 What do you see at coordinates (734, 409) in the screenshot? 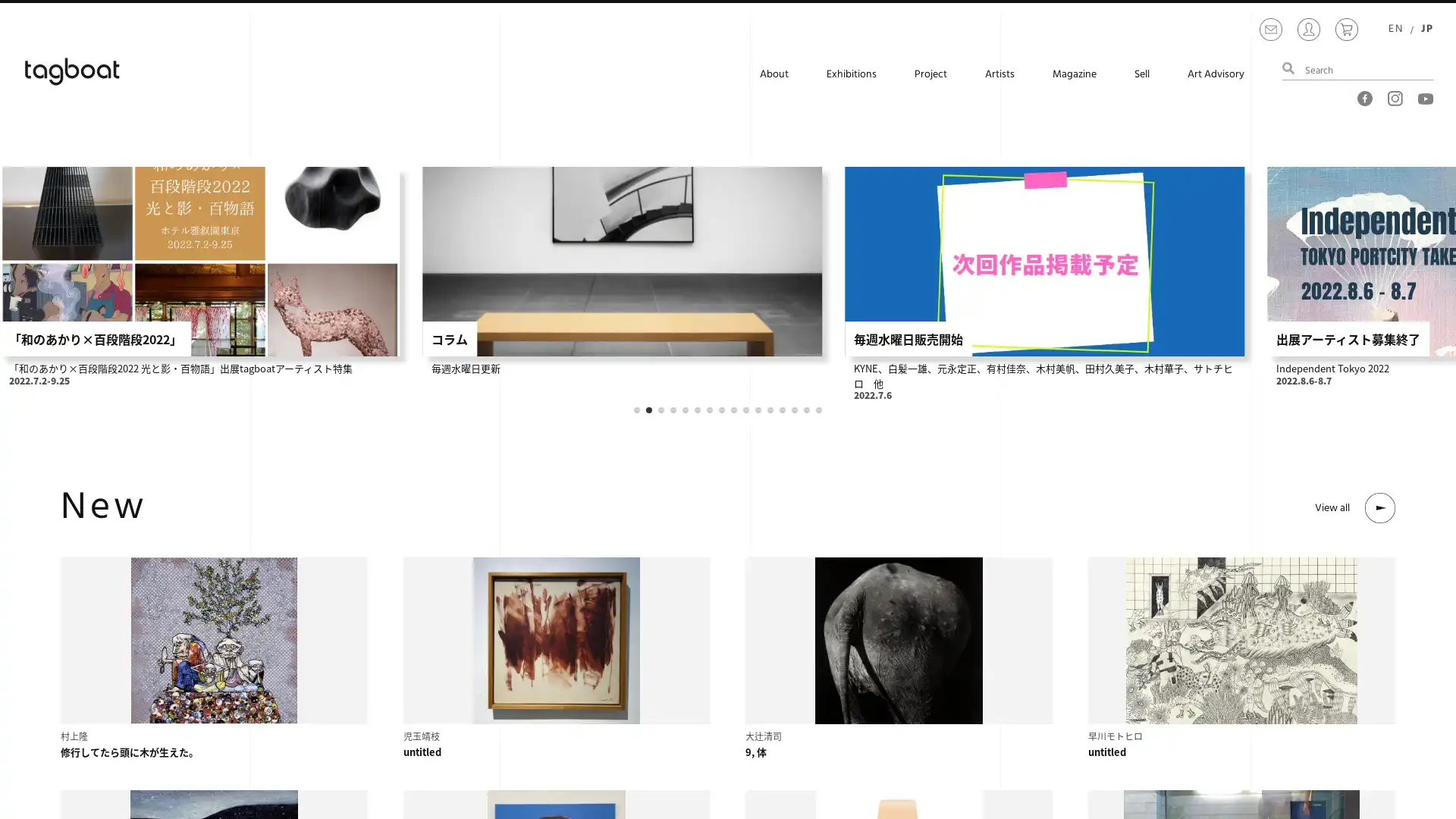
I see `Go to slide 9` at bounding box center [734, 409].